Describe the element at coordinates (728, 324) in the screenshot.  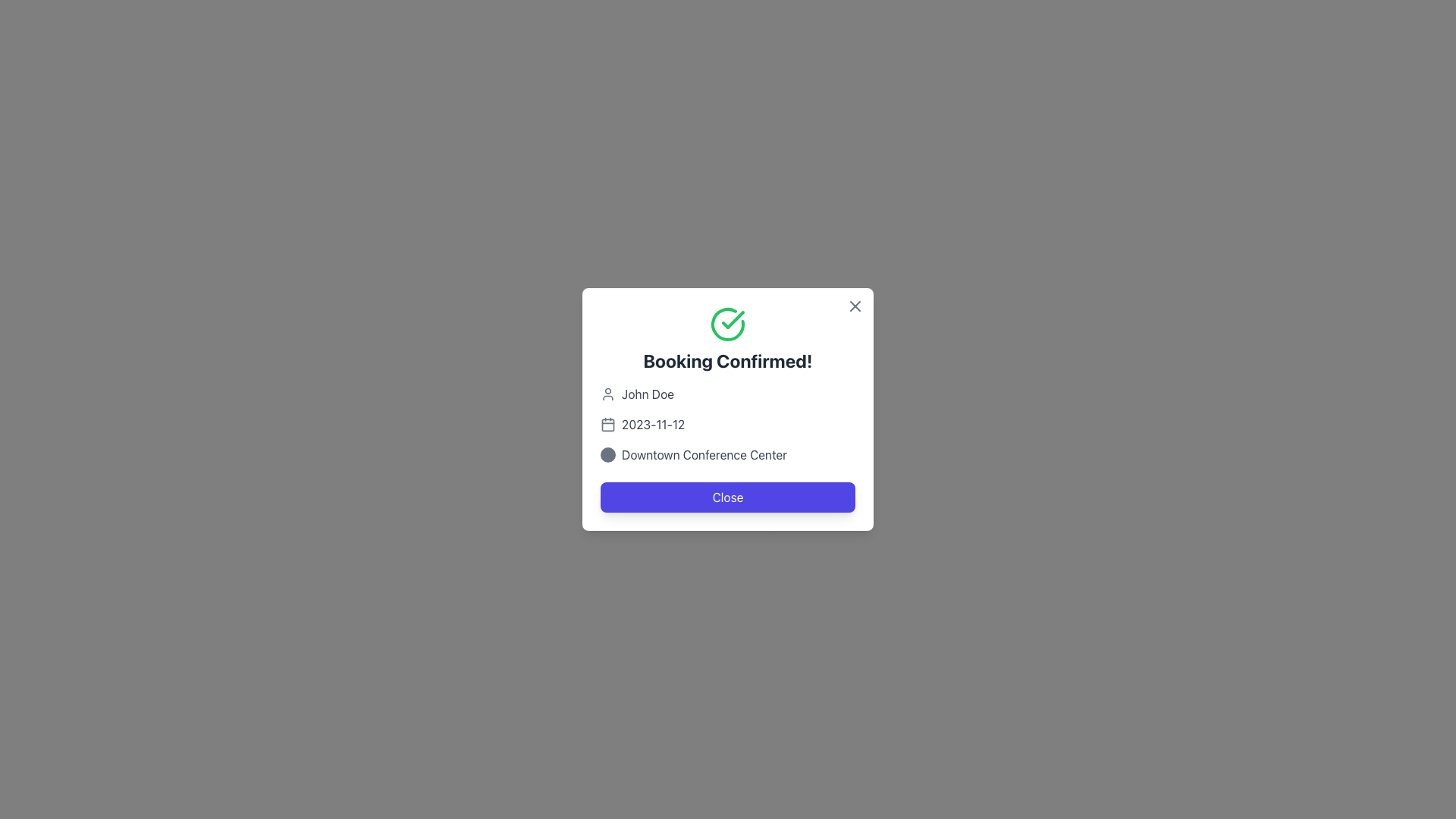
I see `the circular line graphic element that forms part of a success icon, which contains a checkmark within an SVG component located at the top of a modal dialog` at that location.